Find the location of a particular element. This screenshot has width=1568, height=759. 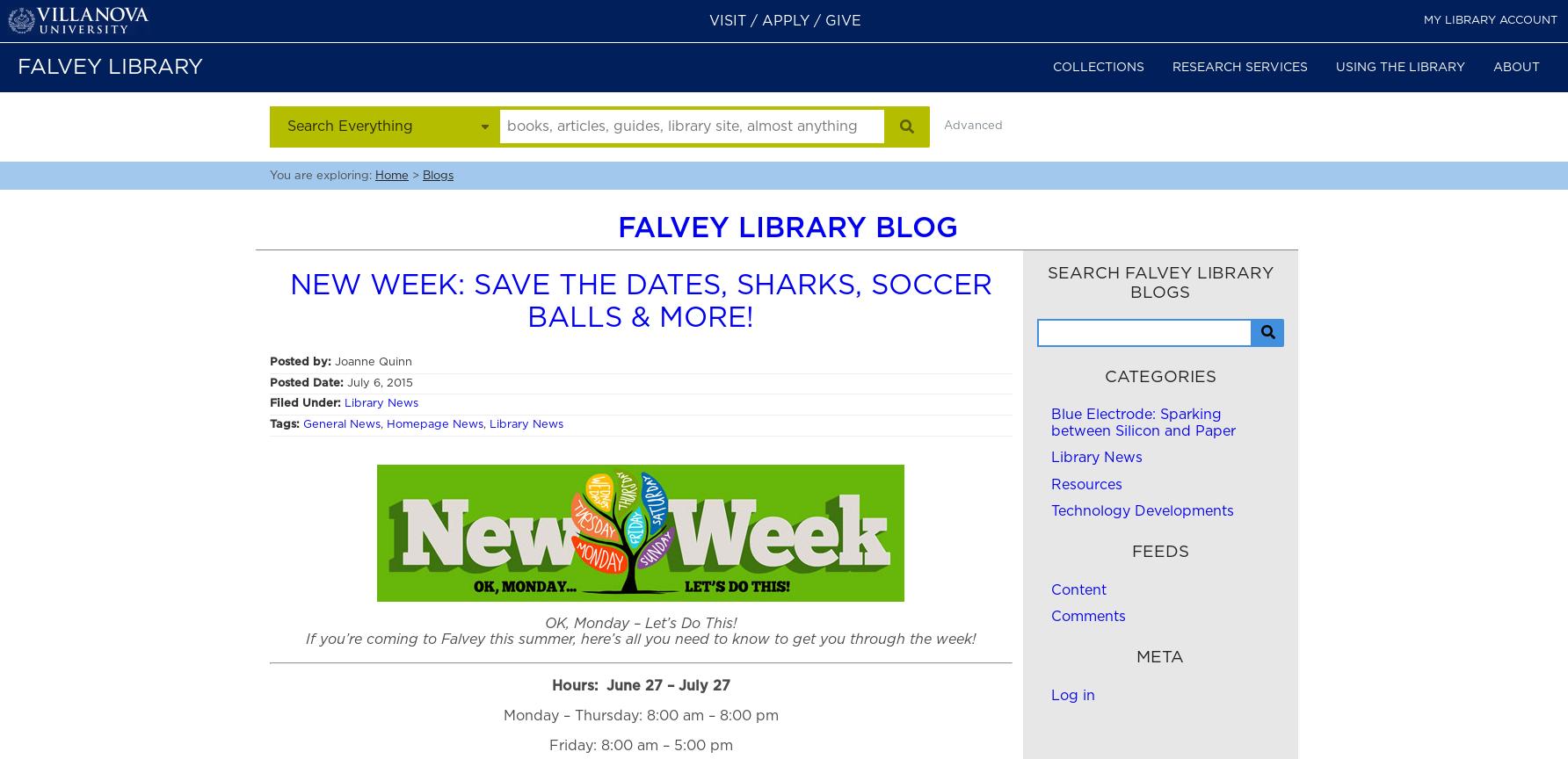

'APPLY' is located at coordinates (785, 21).